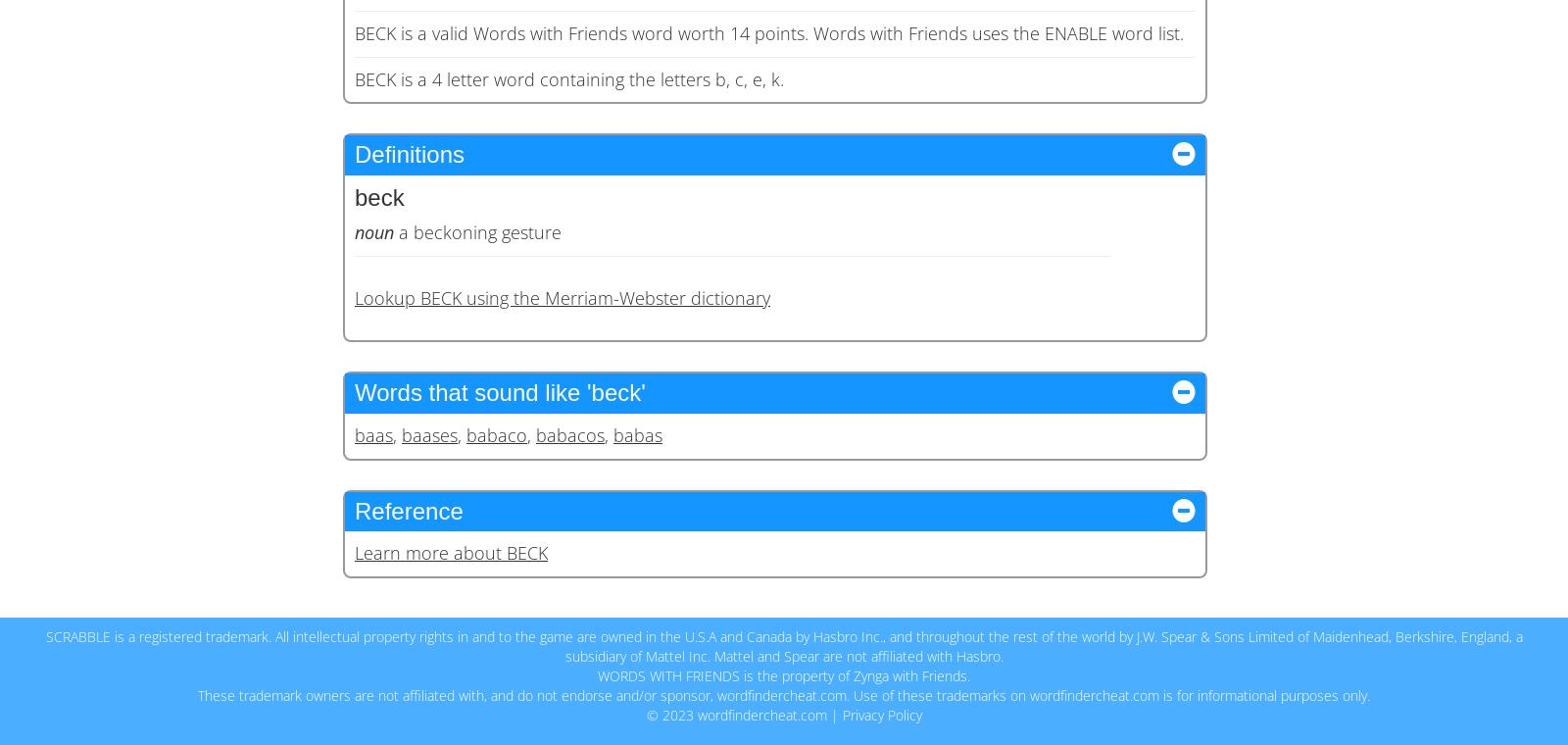 The height and width of the screenshot is (745, 1568). I want to click on 'baas', so click(373, 433).